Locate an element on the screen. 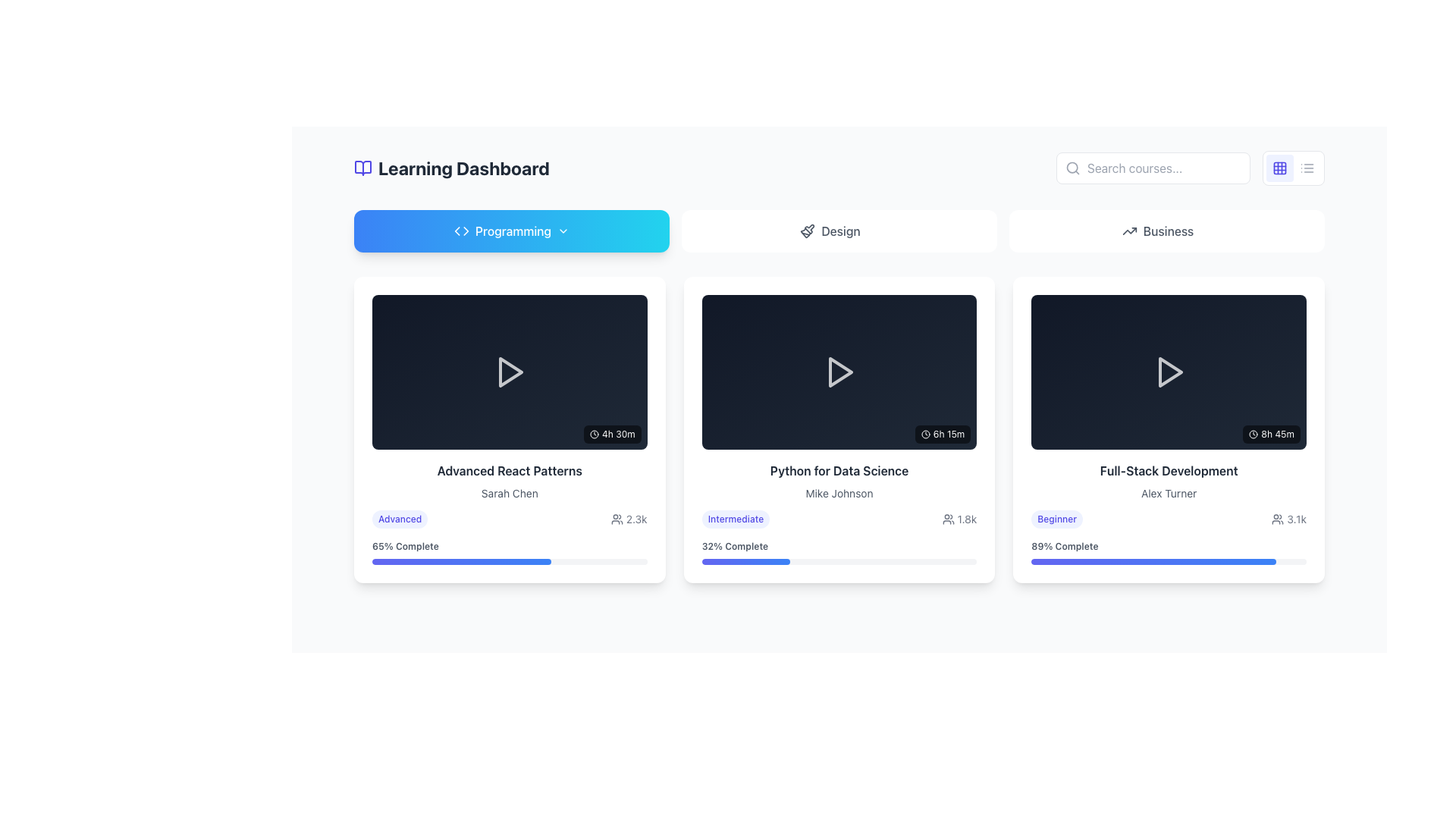 The height and width of the screenshot is (819, 1456). the icon button located at the top-right corner of the interface is located at coordinates (1279, 168).